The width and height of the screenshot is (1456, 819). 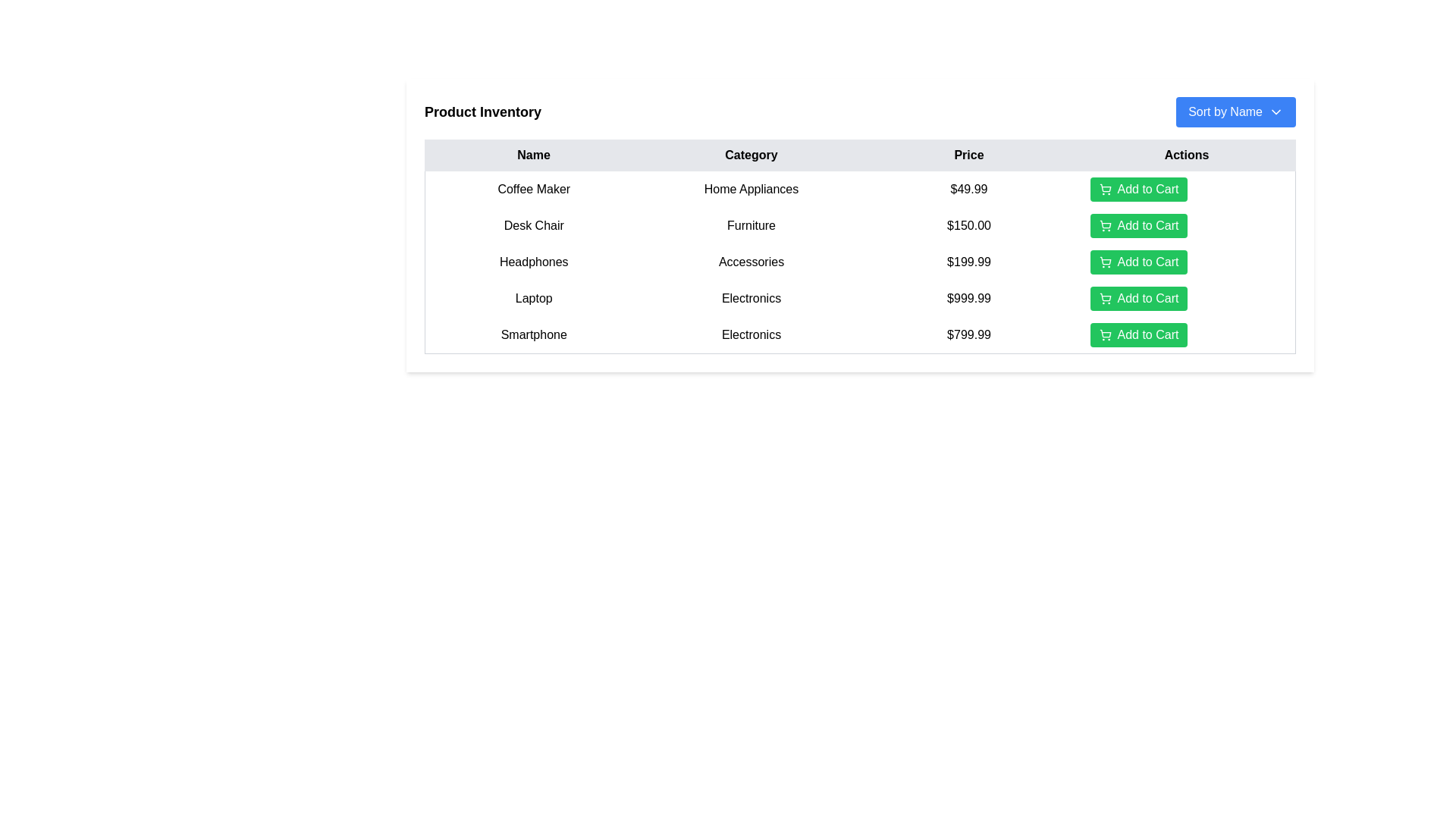 What do you see at coordinates (968, 225) in the screenshot?
I see `the price label displaying the price of the 'Desk Chair' product in the inventory table, located in the third column under the 'Price' category` at bounding box center [968, 225].